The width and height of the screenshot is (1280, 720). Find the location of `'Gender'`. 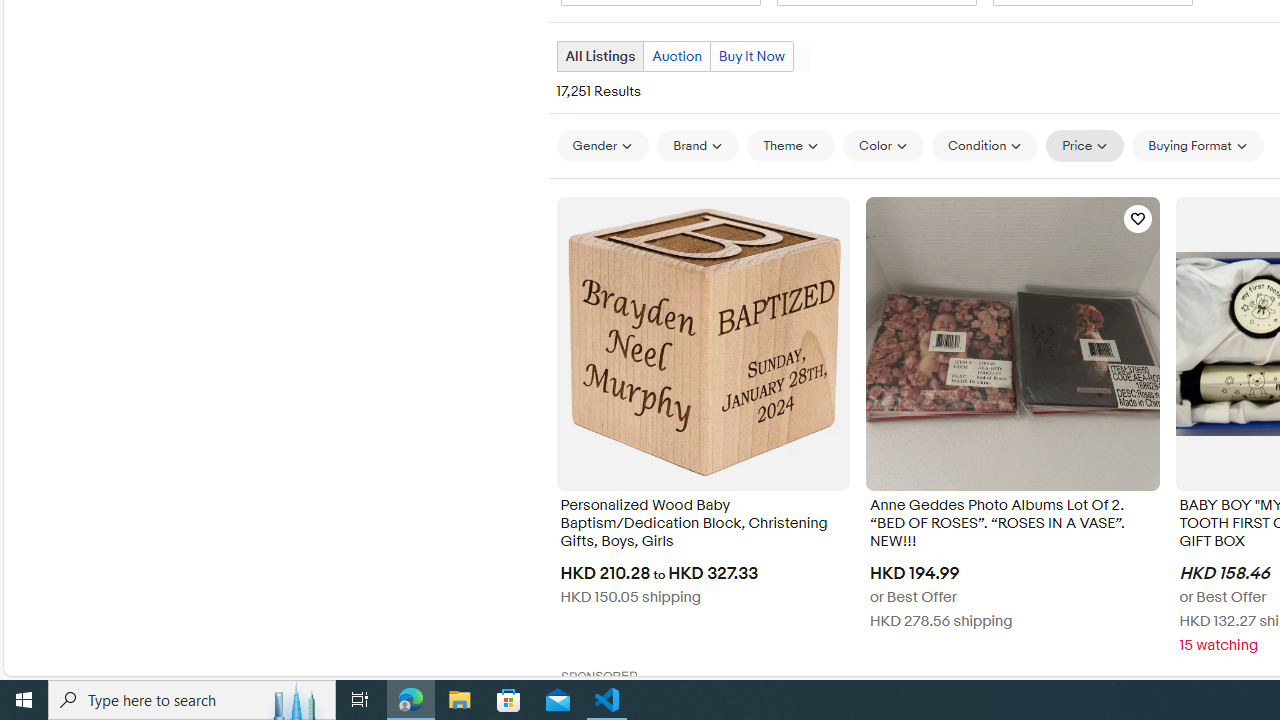

'Gender' is located at coordinates (601, 144).